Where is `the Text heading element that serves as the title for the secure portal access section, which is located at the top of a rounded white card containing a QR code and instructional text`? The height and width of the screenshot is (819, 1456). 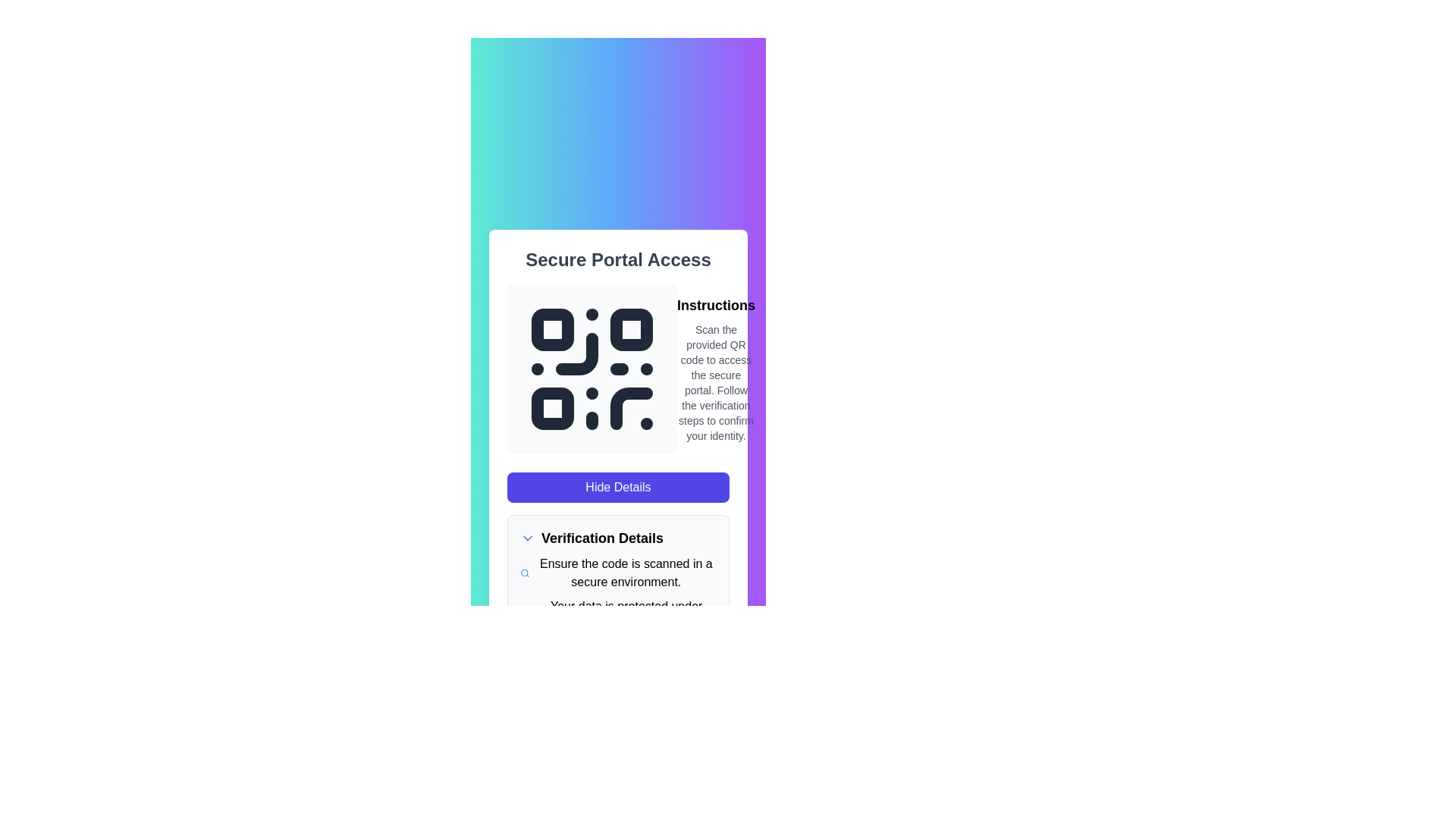 the Text heading element that serves as the title for the secure portal access section, which is located at the top of a rounded white card containing a QR code and instructional text is located at coordinates (618, 259).